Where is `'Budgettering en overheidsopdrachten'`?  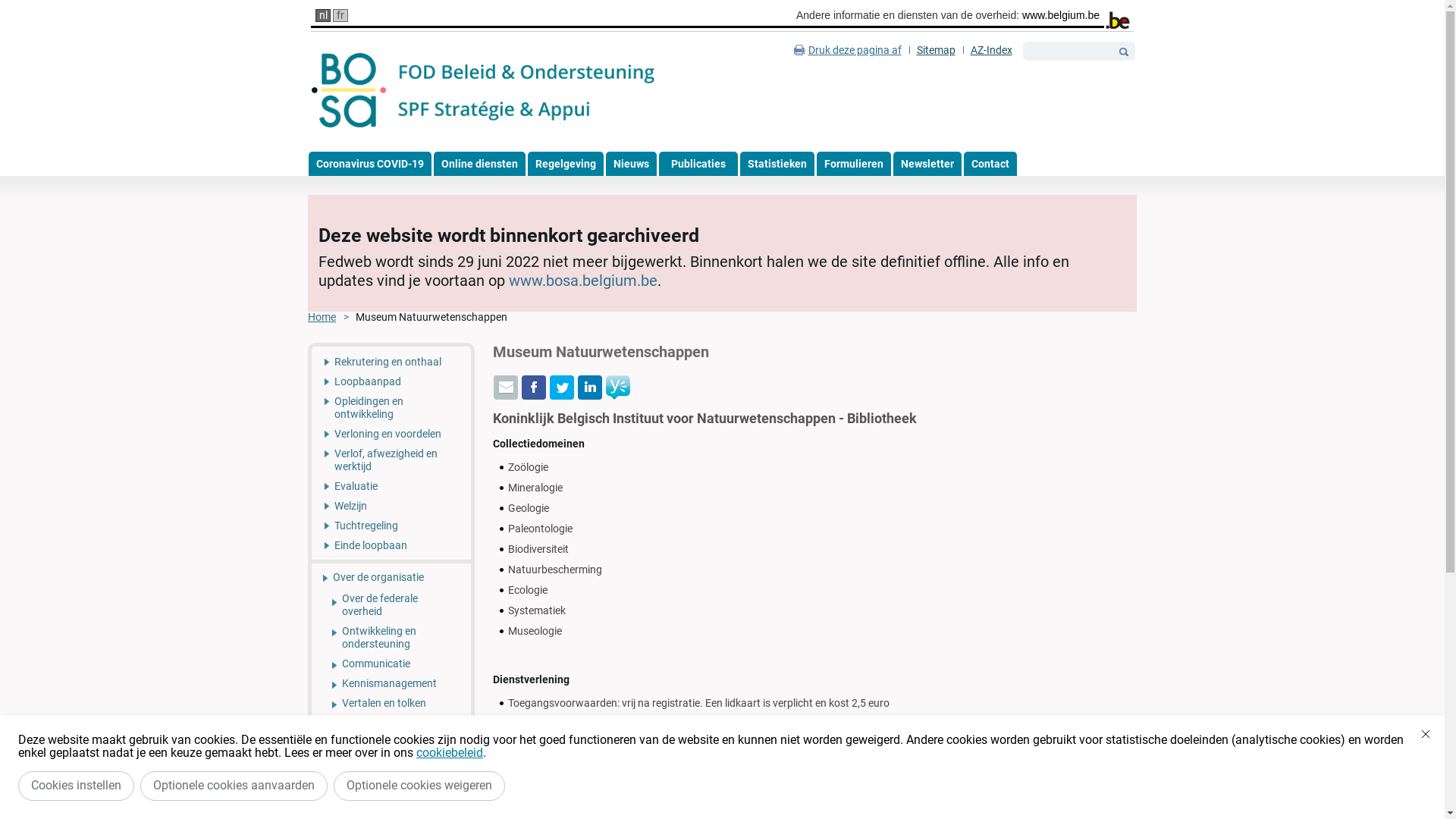
'Budgettering en overheidsopdrachten' is located at coordinates (391, 748).